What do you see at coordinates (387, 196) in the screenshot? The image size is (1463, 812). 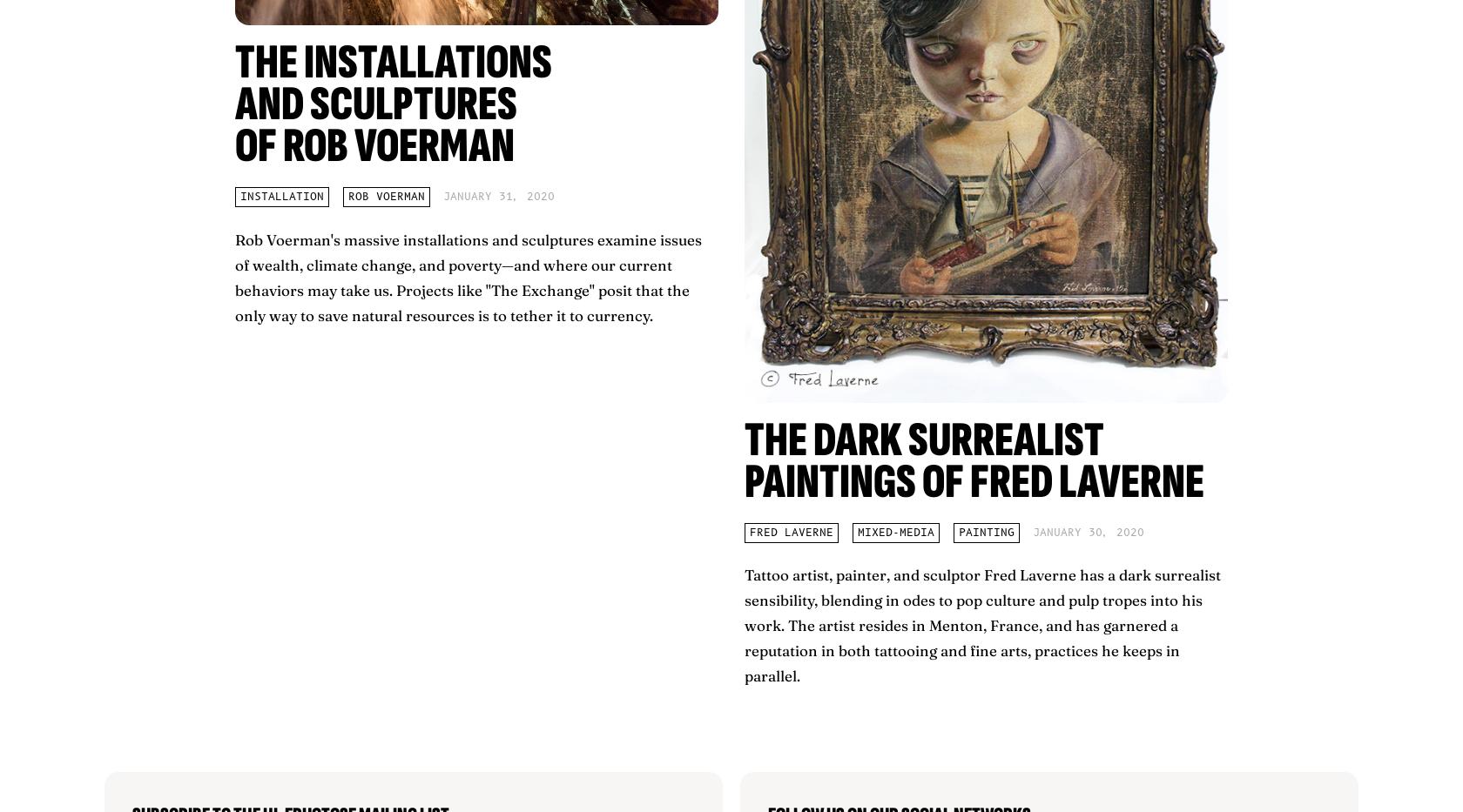 I see `'Rob Voerman'` at bounding box center [387, 196].